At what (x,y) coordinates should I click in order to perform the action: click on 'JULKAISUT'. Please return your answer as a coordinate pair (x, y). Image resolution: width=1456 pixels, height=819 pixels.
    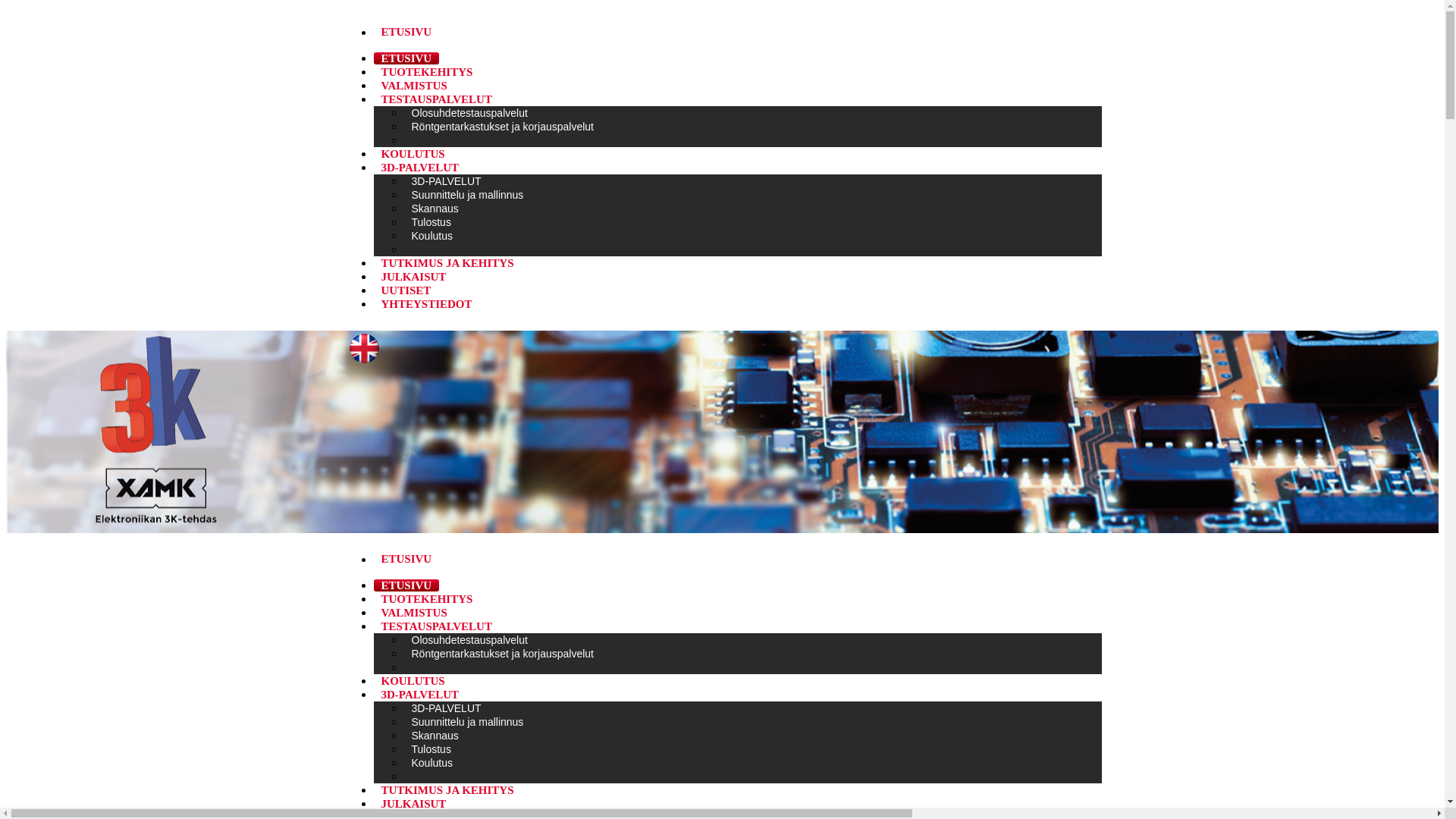
    Looking at the image, I should click on (413, 803).